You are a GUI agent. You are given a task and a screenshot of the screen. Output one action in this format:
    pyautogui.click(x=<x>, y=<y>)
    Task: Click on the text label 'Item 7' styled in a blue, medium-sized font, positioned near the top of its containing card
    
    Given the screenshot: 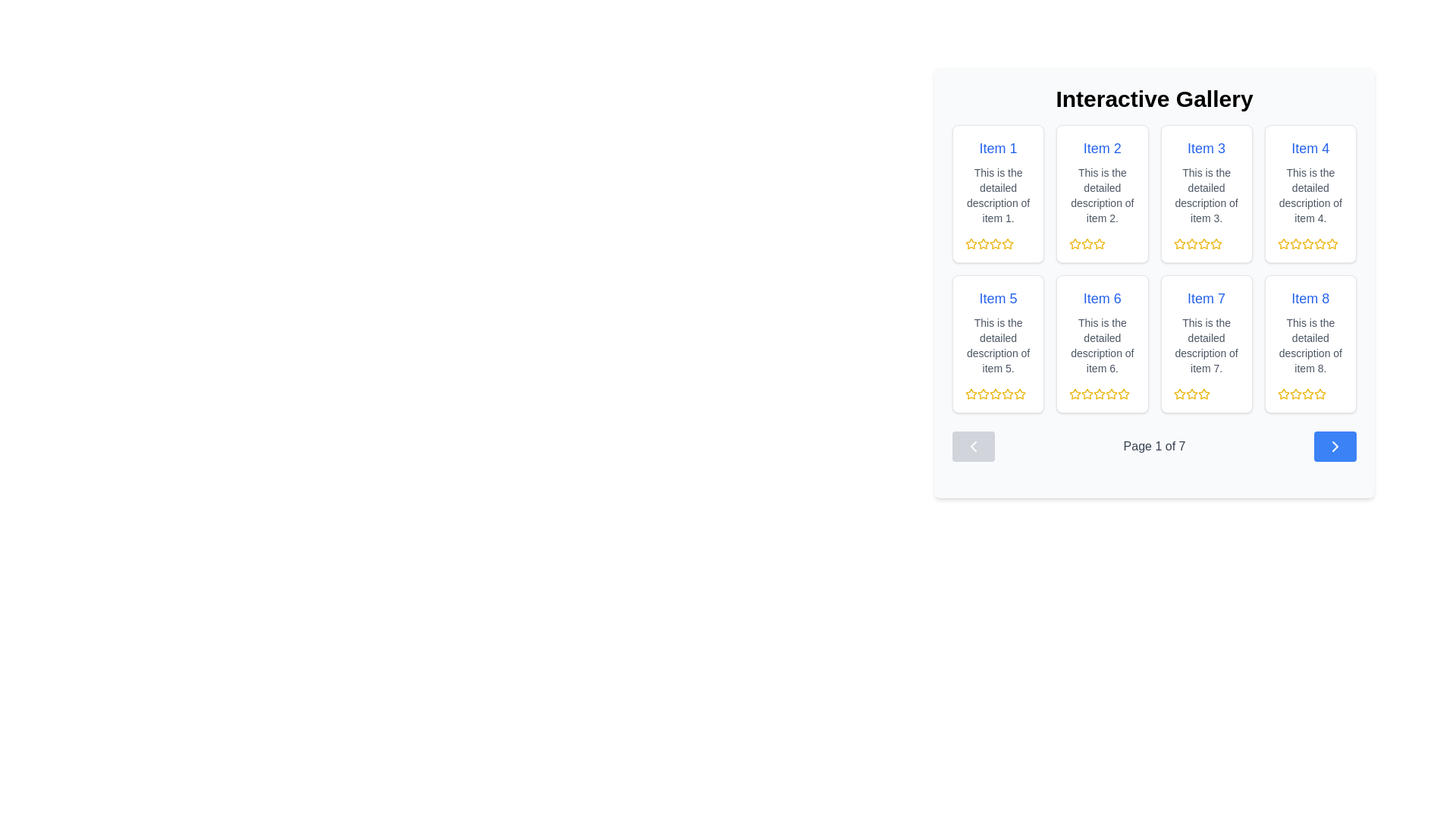 What is the action you would take?
    pyautogui.click(x=1206, y=298)
    